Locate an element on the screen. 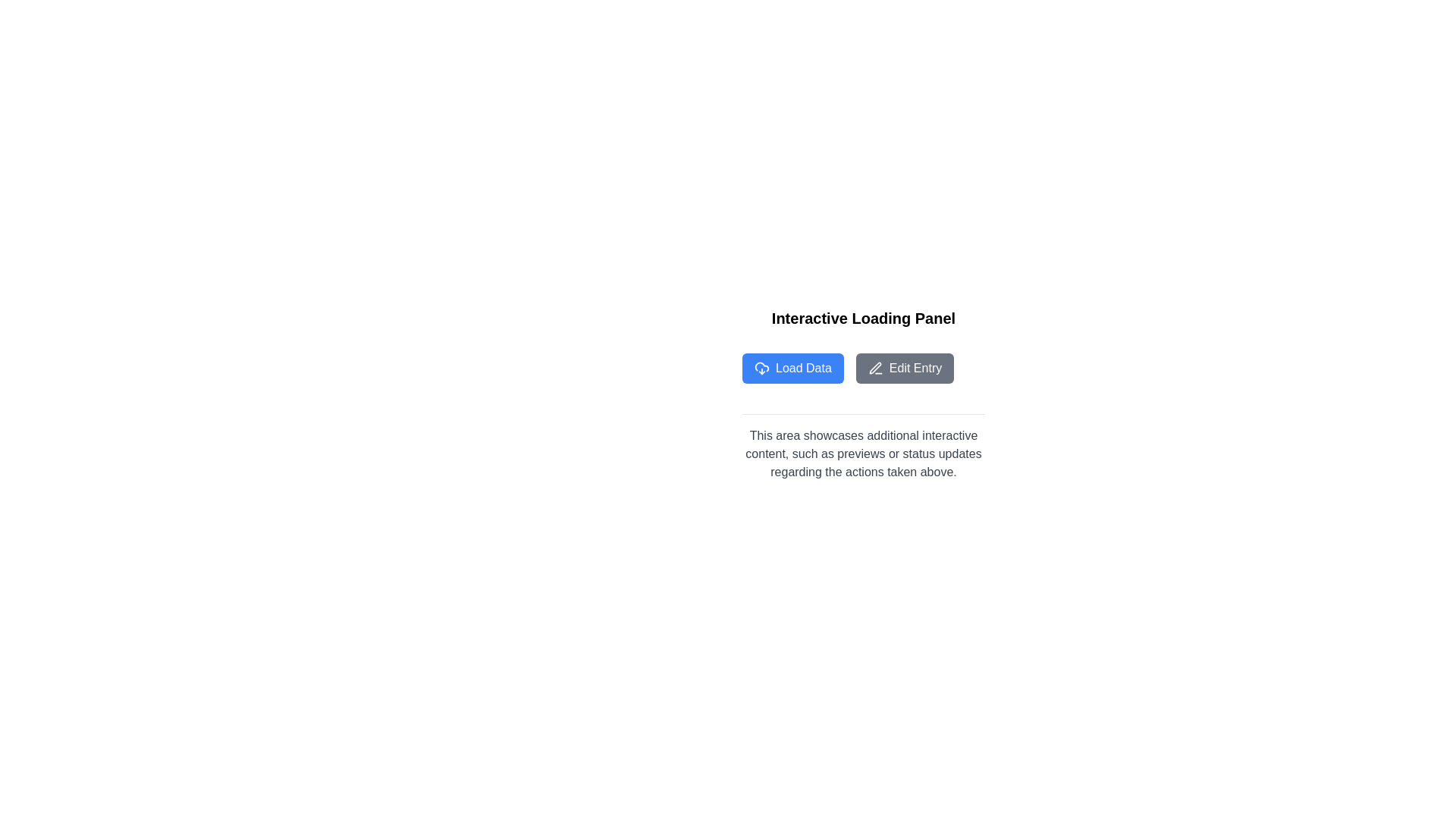 Image resolution: width=1456 pixels, height=819 pixels. the download/loading icon within the blue 'Load Data' button located in the top-left corner of the interactive panel is located at coordinates (761, 369).